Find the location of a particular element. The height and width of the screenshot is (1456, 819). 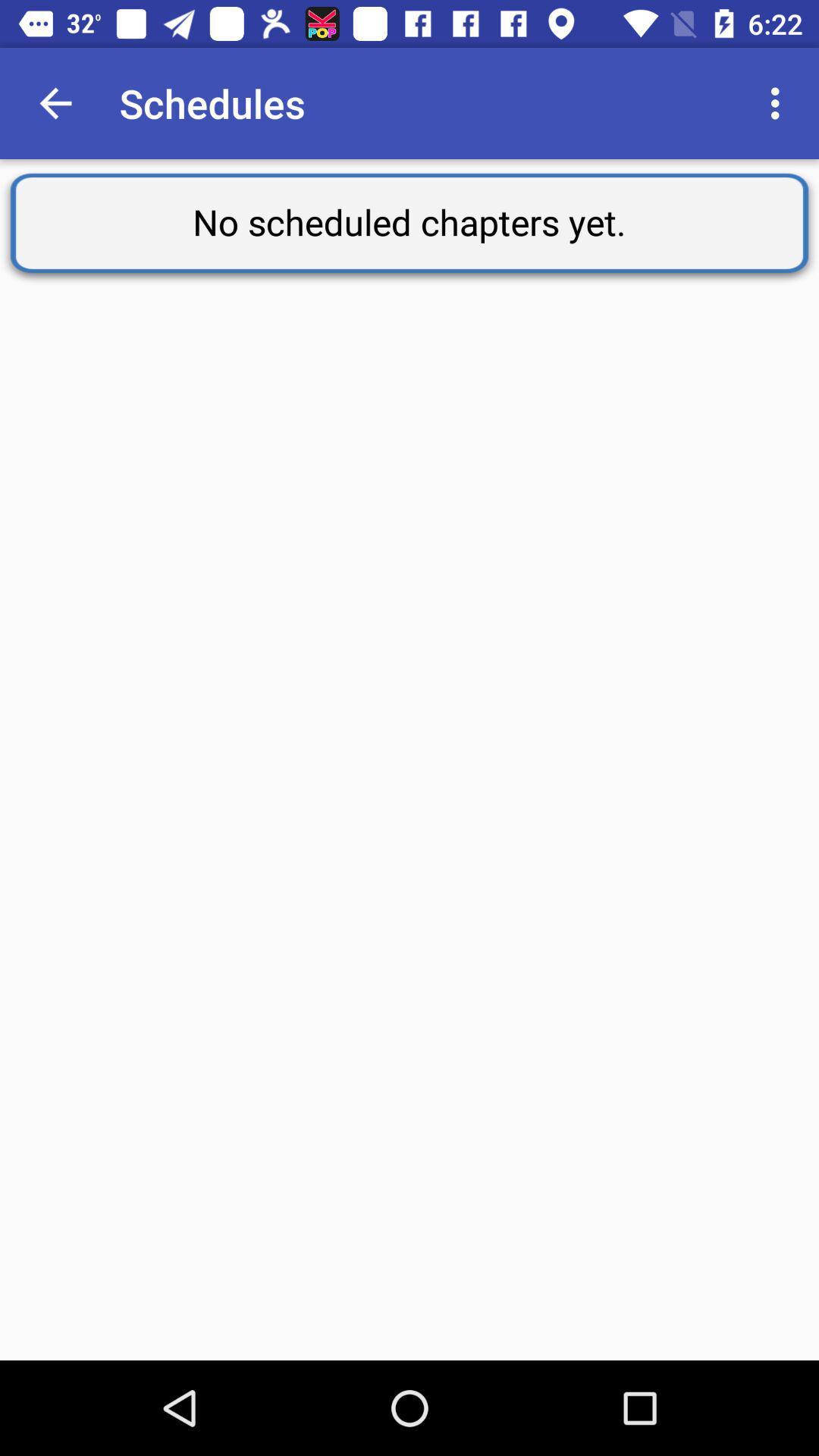

the app to the right of schedules item is located at coordinates (779, 102).